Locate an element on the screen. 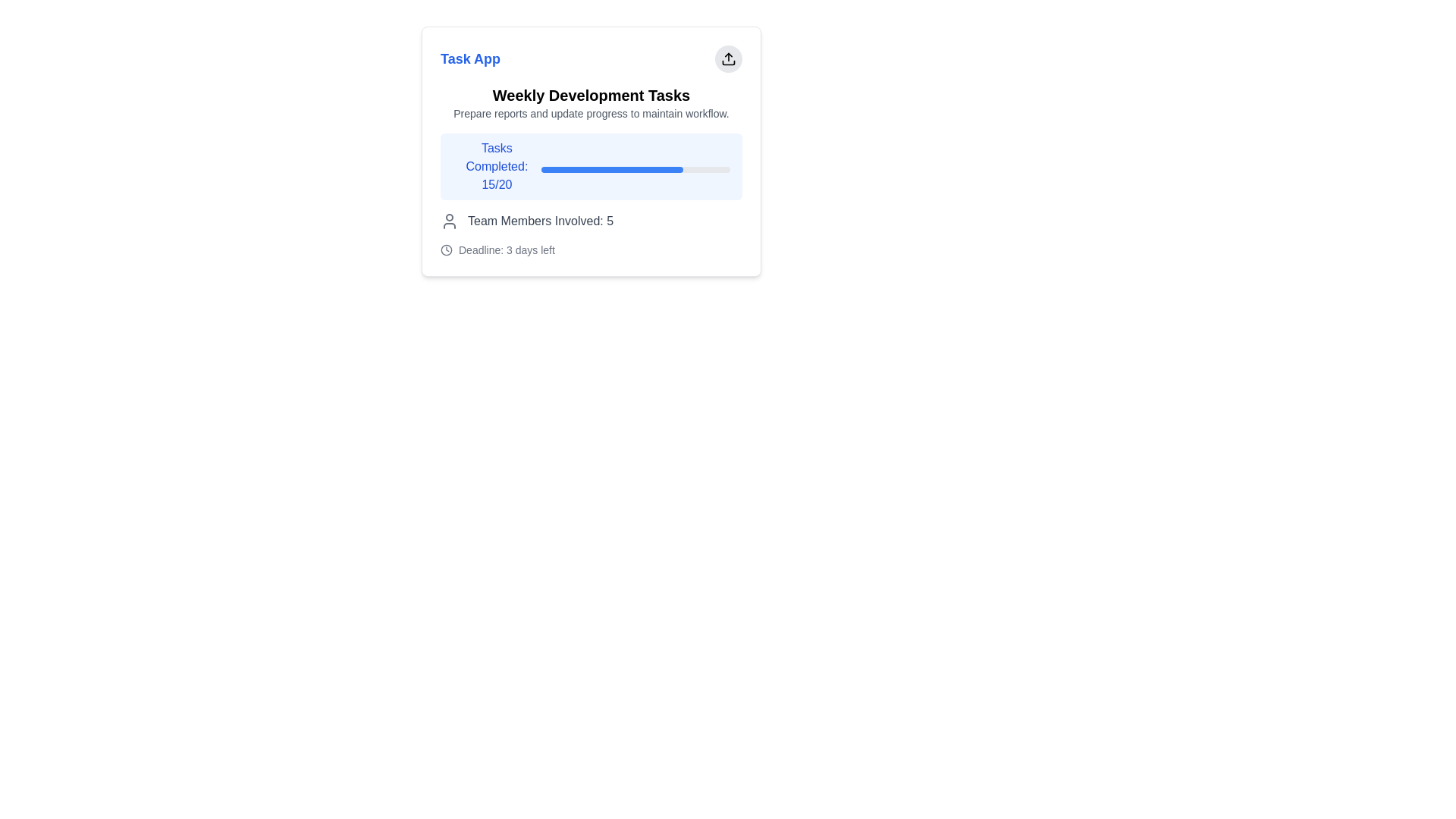  the 'Task App' text display, which is styled with a blue bold font and prominently positioned at the top of the card is located at coordinates (469, 58).